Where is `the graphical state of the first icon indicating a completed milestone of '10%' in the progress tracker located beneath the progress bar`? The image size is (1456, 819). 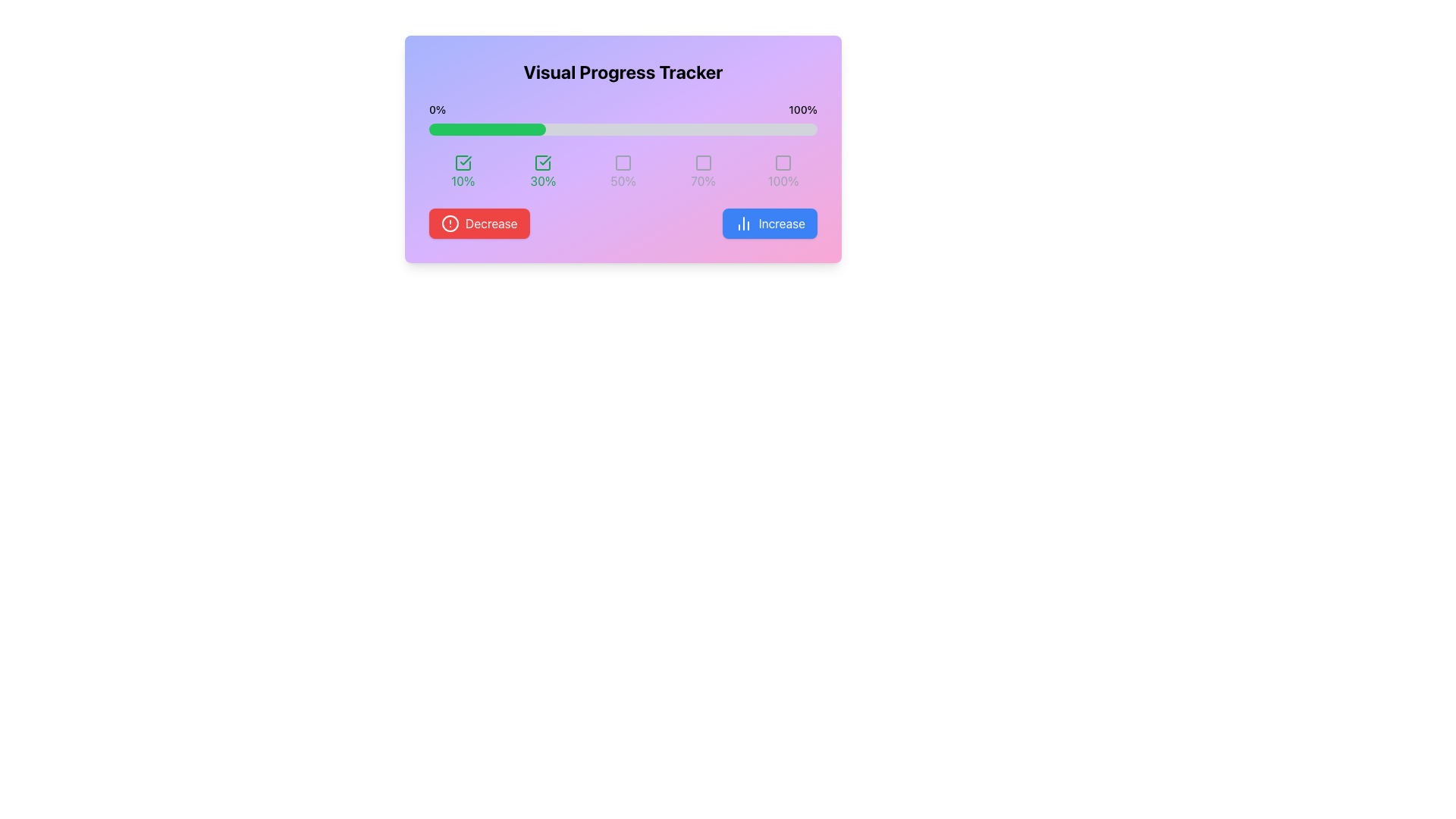
the graphical state of the first icon indicating a completed milestone of '10%' in the progress tracker located beneath the progress bar is located at coordinates (462, 163).